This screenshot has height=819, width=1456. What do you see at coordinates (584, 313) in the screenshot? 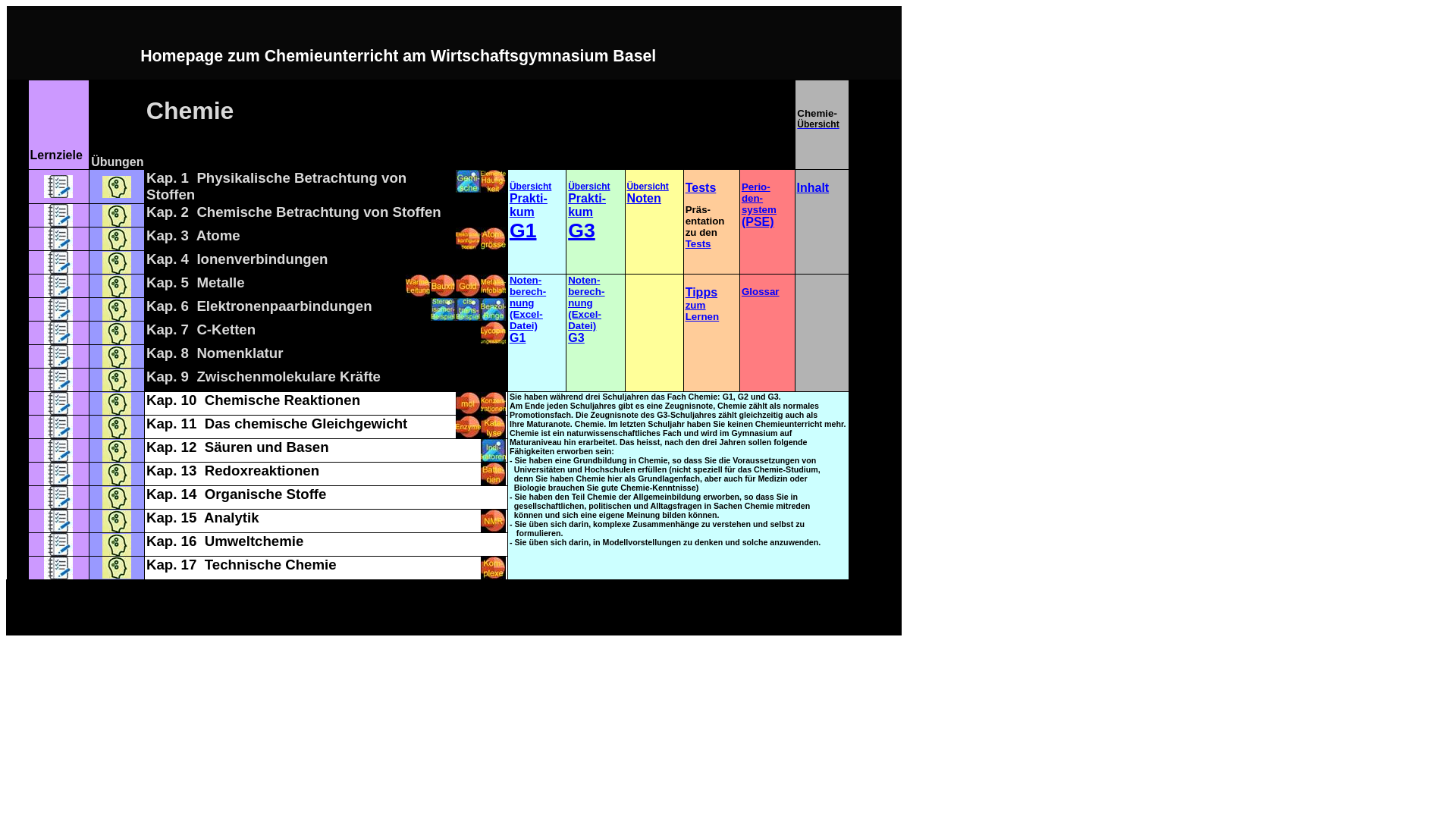
I see `'(Excel-'` at bounding box center [584, 313].